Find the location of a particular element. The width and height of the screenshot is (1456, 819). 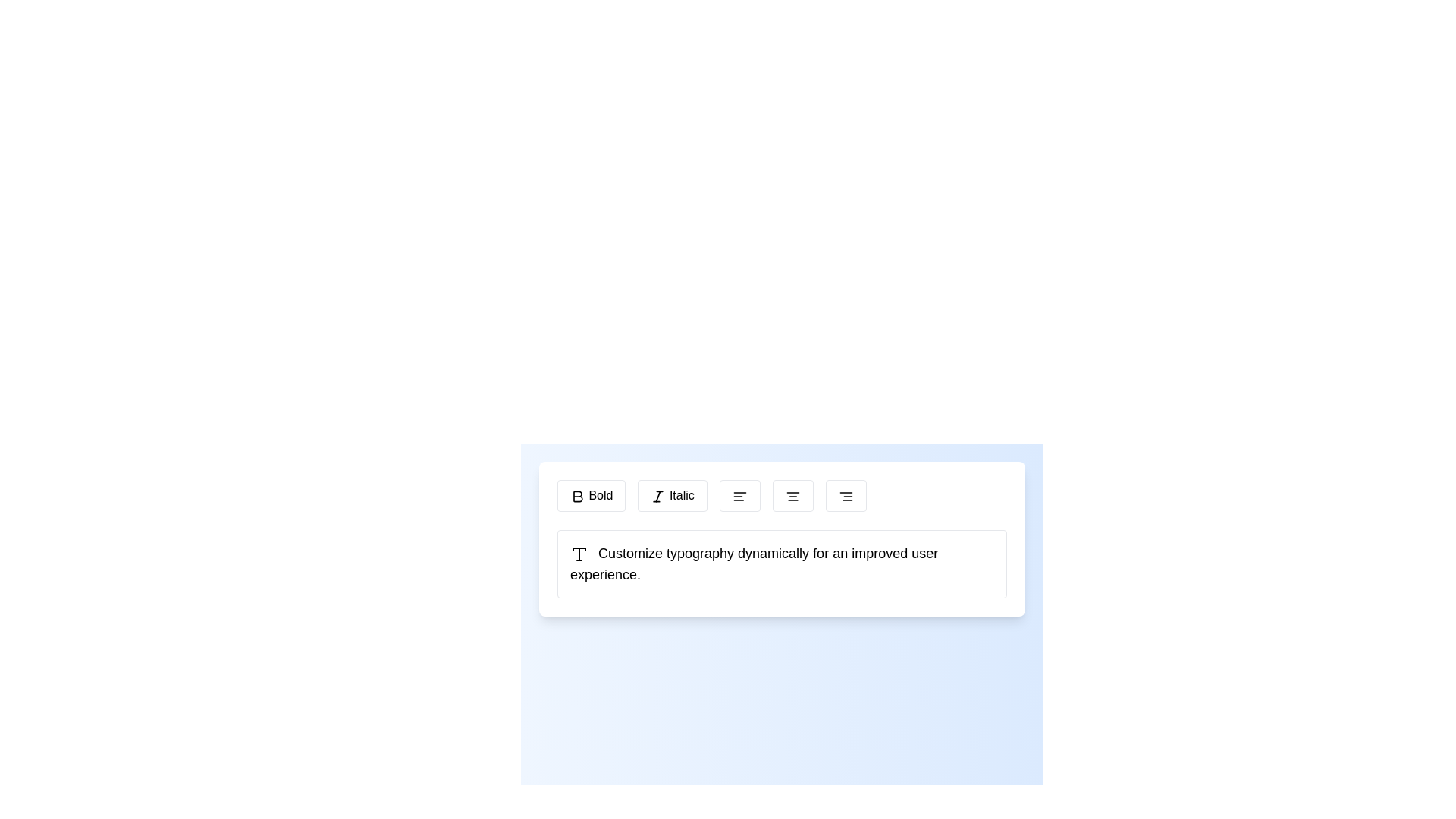

the fourth button from the left in the toolbar is located at coordinates (792, 496).